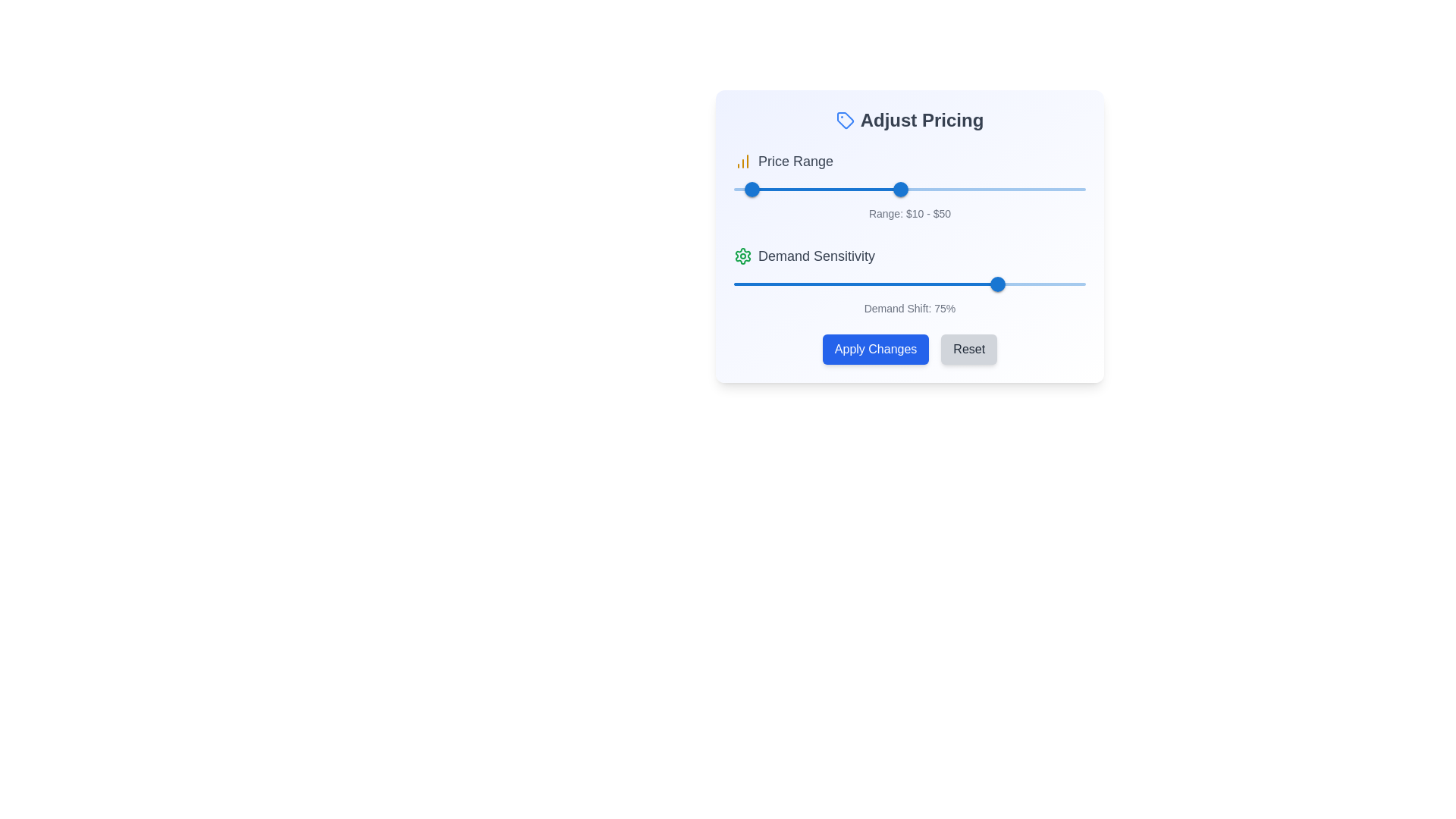  What do you see at coordinates (876, 350) in the screenshot?
I see `the 'Apply Changes' button located at the bottom of the 'Adjust Pricing' panel to confirm the changes made in the interface` at bounding box center [876, 350].